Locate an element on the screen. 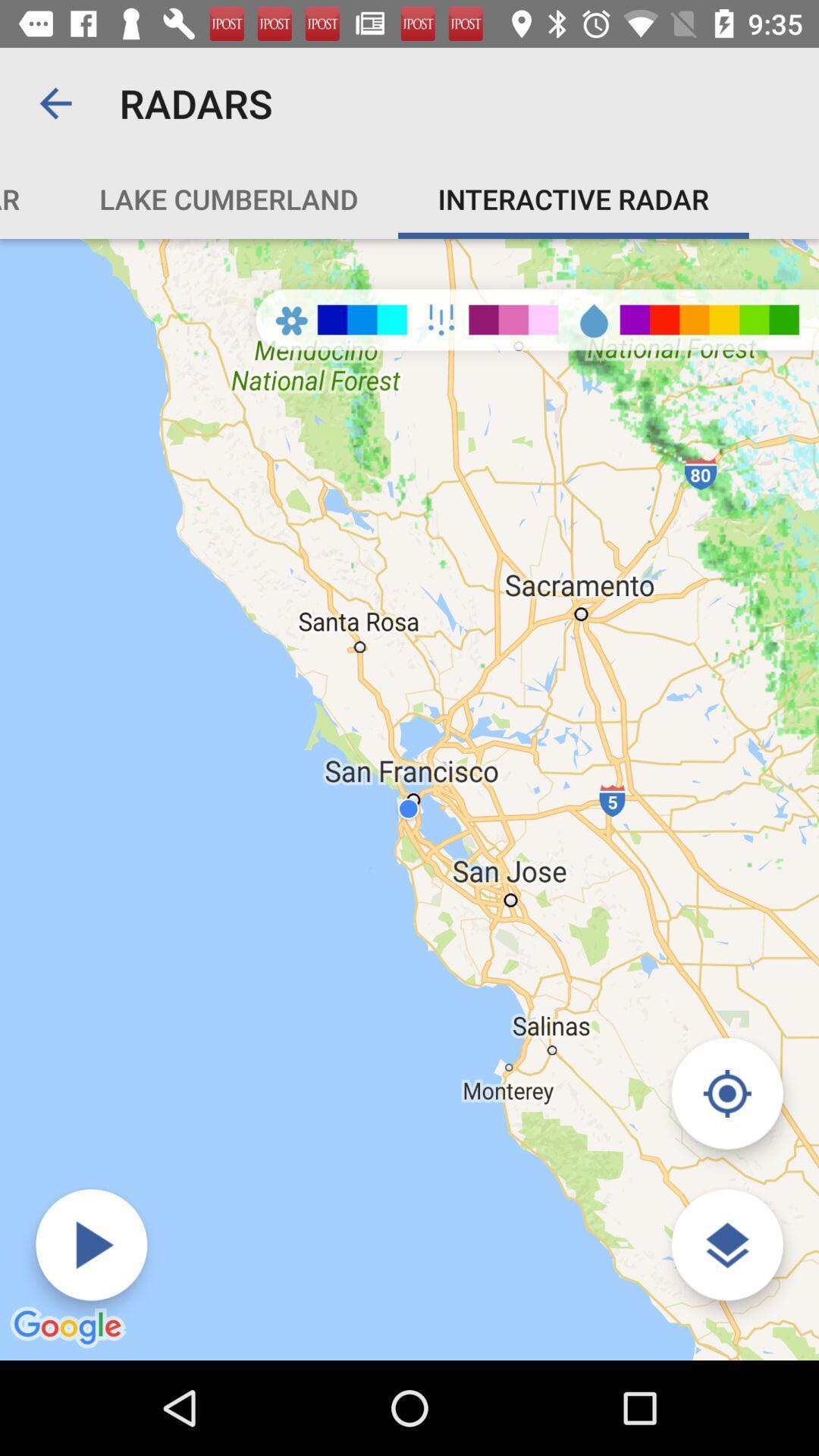 This screenshot has width=819, height=1456. the layers icon is located at coordinates (726, 1244).